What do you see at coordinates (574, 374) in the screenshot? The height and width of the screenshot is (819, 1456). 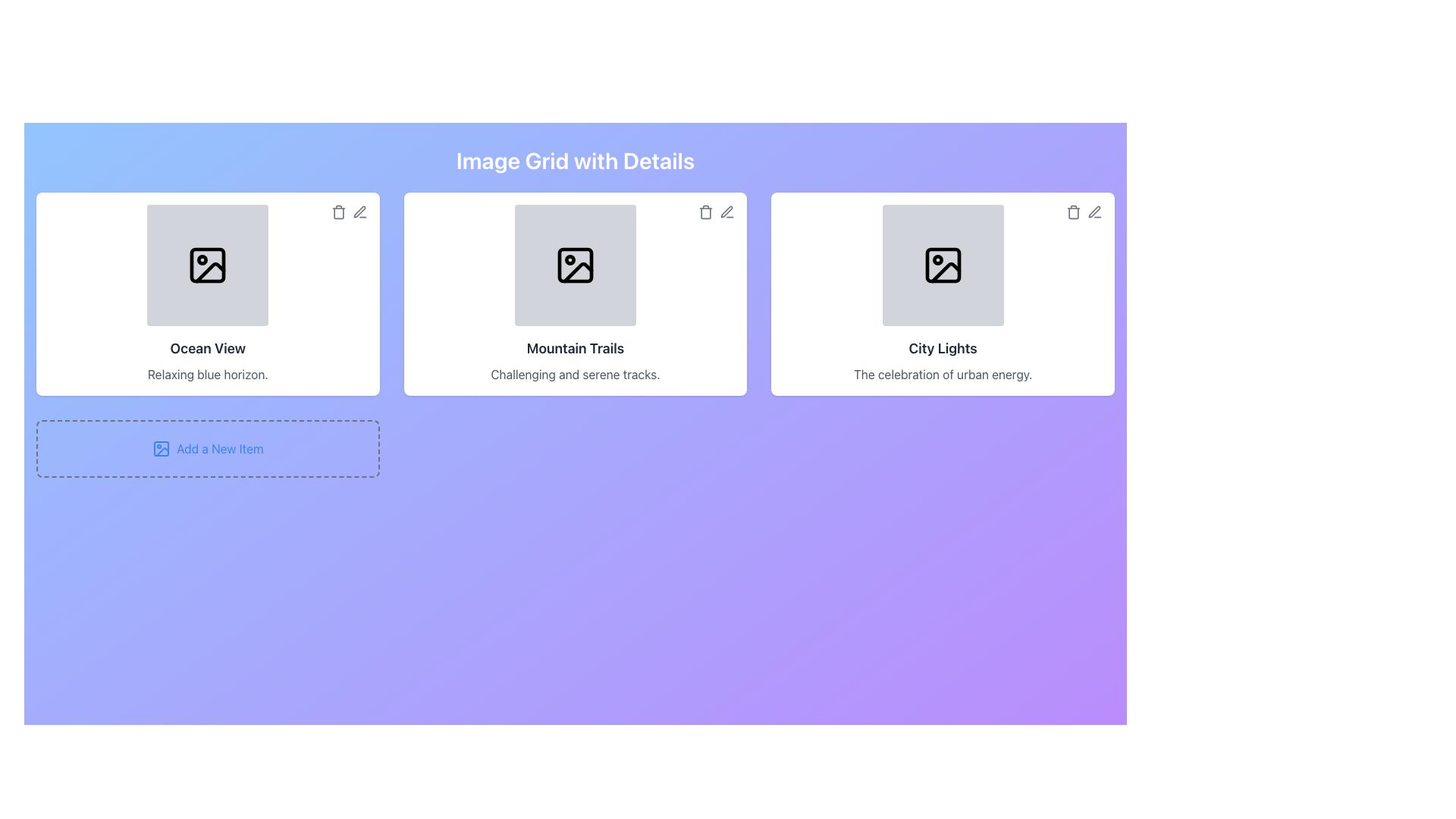 I see `the descriptive subtitle for the 'Mountain Trails' section located below the title within the second card of a three-card layout` at bounding box center [574, 374].